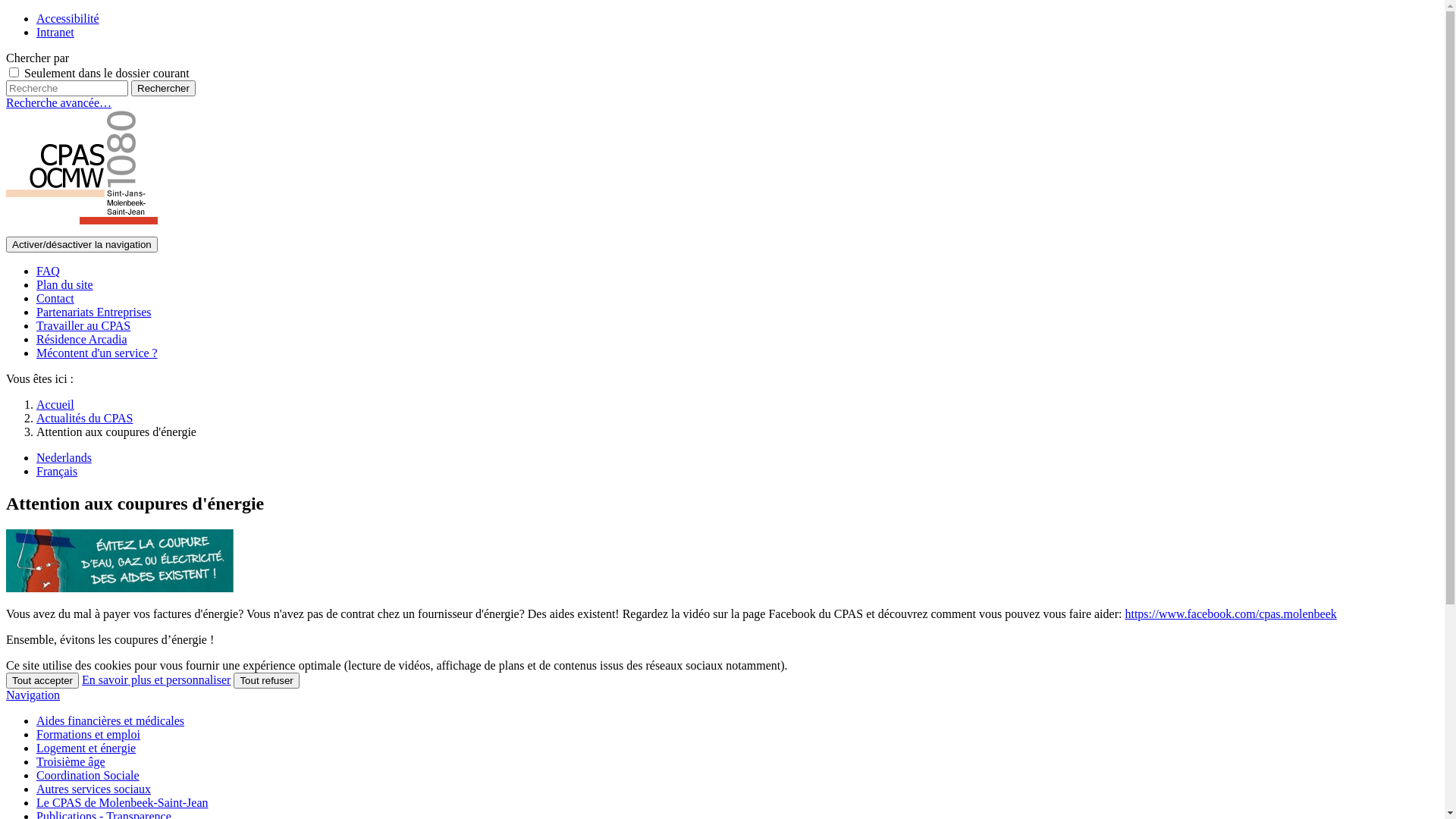 This screenshot has height=819, width=1456. Describe the element at coordinates (81, 171) in the screenshot. I see `'CPAS de Molenbeek-Saint-Jean - OCMW van Sint-Jans-Molenbeek'` at that location.